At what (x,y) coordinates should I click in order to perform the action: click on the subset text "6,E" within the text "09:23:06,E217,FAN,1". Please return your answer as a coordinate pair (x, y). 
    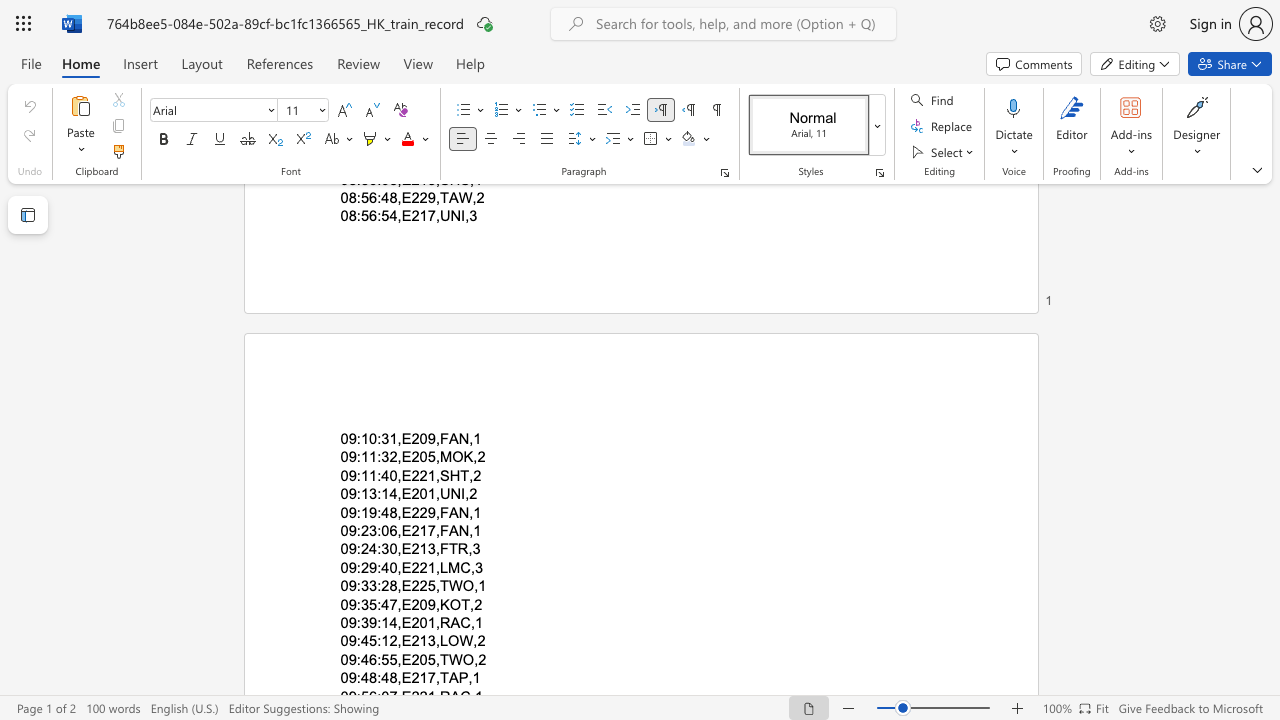
    Looking at the image, I should click on (389, 530).